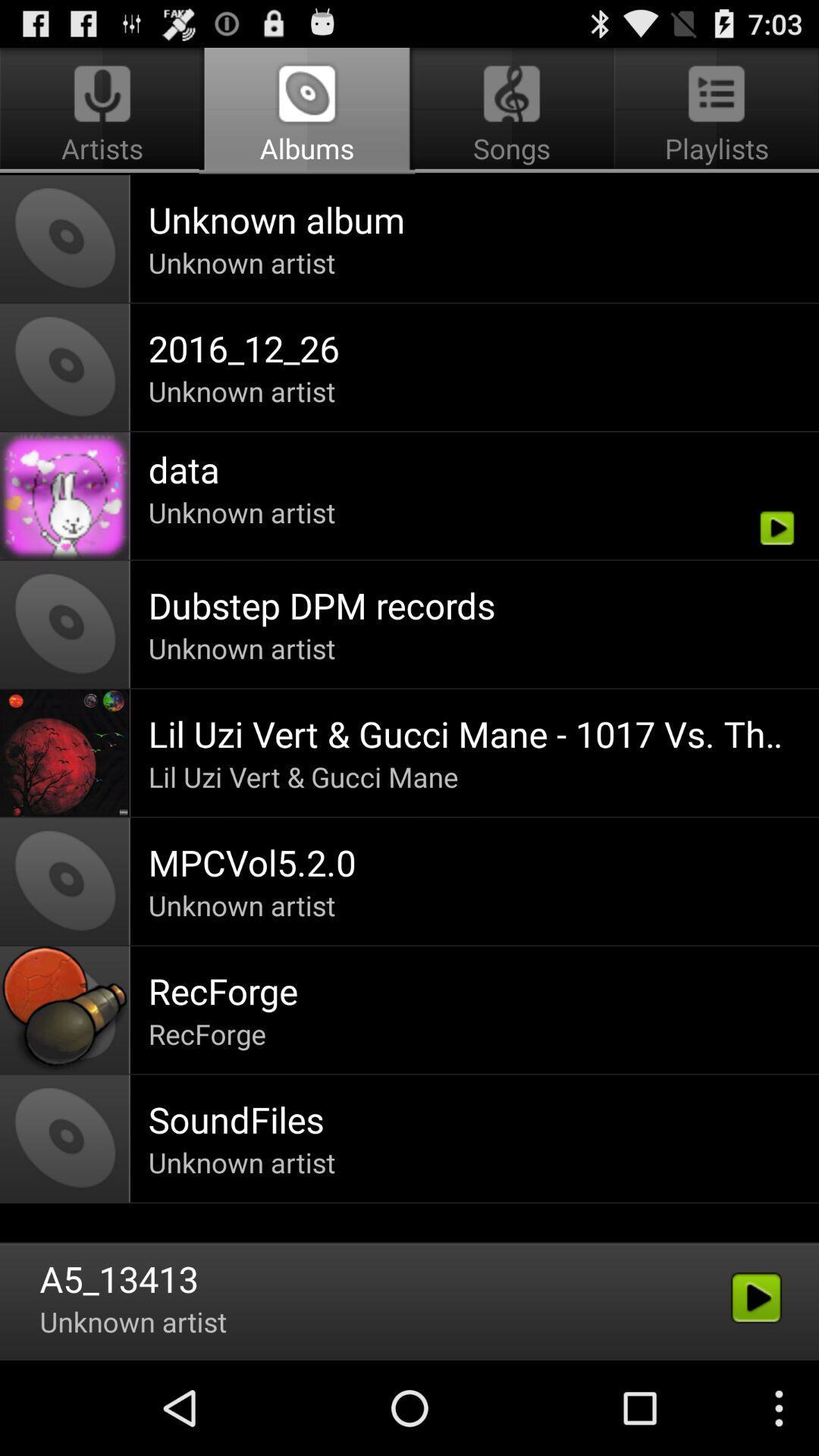  What do you see at coordinates (104, 111) in the screenshot?
I see `the artists` at bounding box center [104, 111].